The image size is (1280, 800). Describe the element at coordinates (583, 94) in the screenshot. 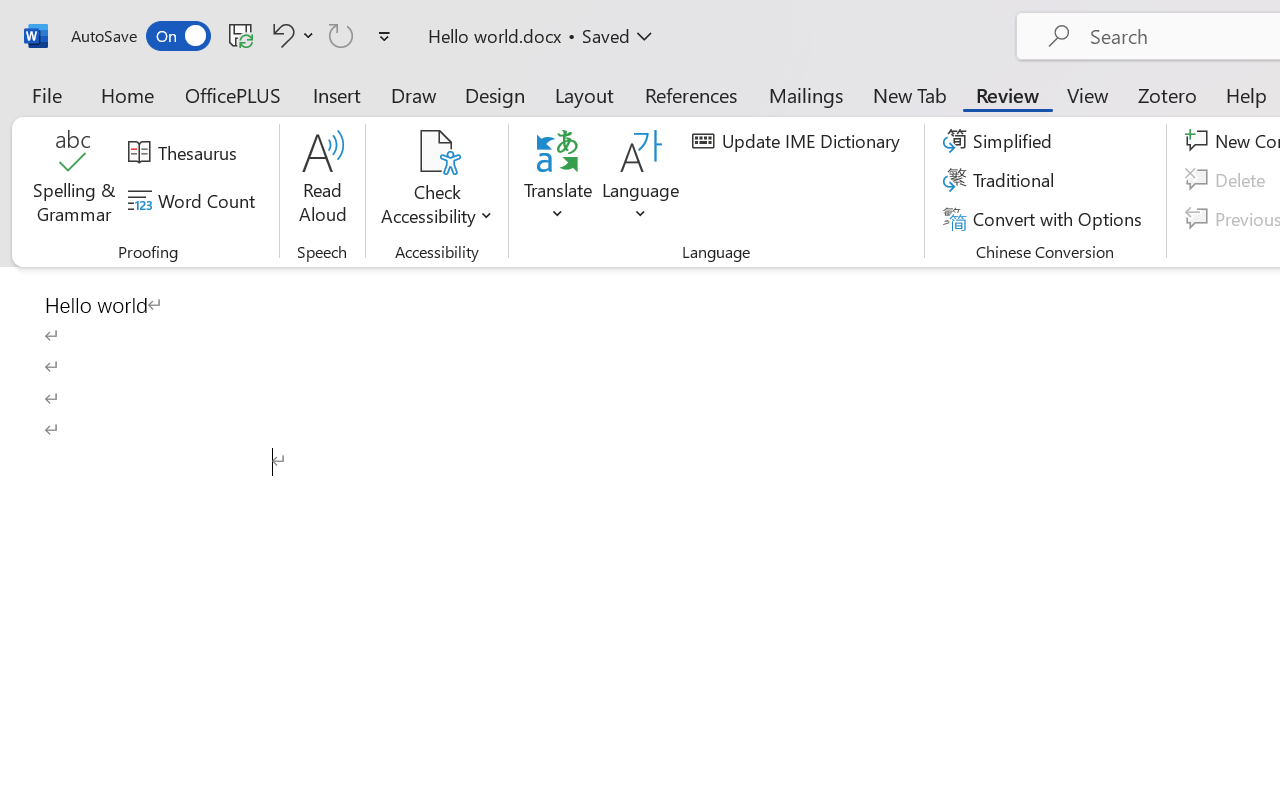

I see `'Layout'` at that location.